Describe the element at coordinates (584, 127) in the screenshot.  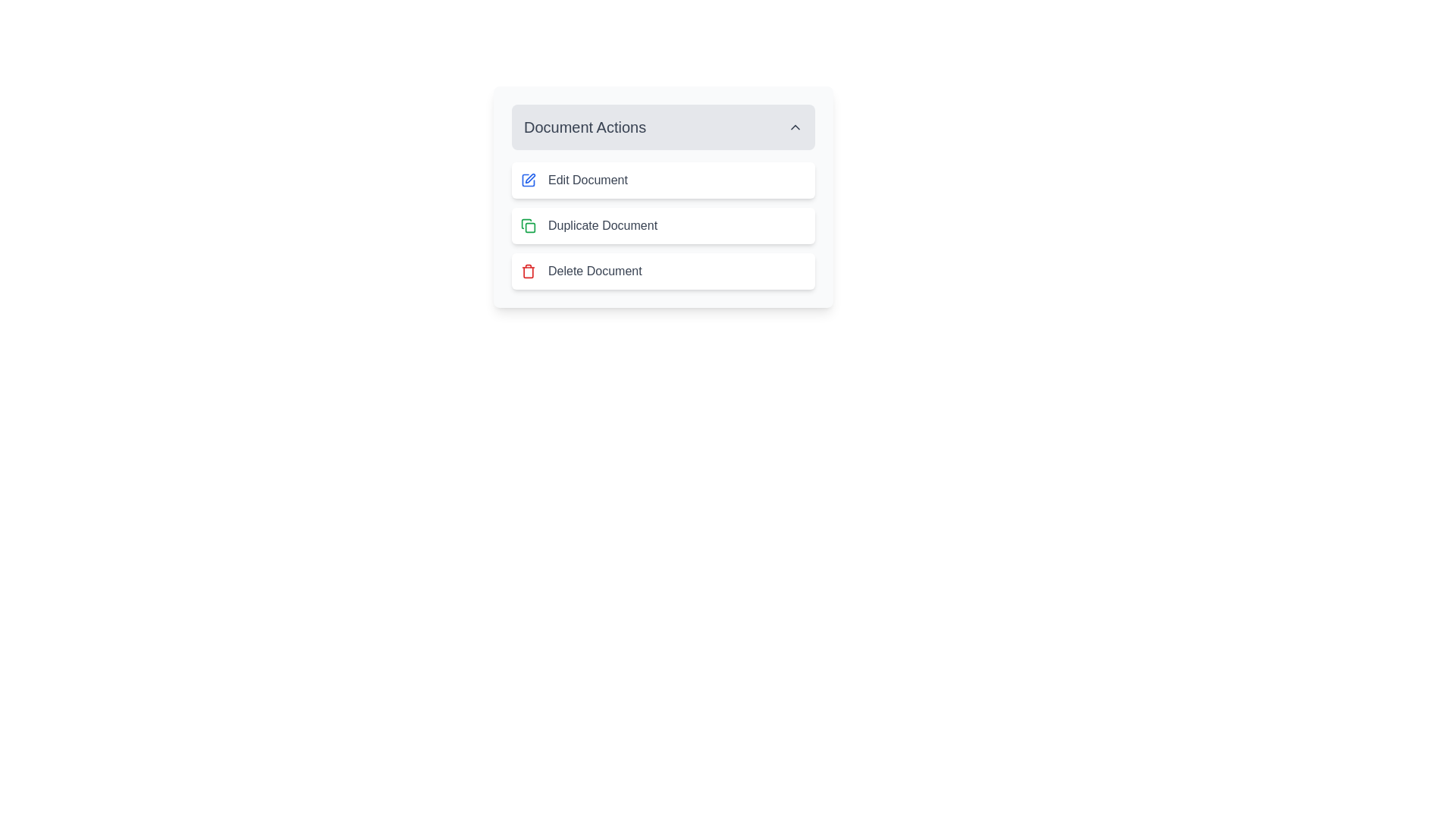
I see `the text label that serves as a header or title for a group of actions, positioned in the top-left section of a control panel card, to the left of an accordion toggle arrow icon` at that location.